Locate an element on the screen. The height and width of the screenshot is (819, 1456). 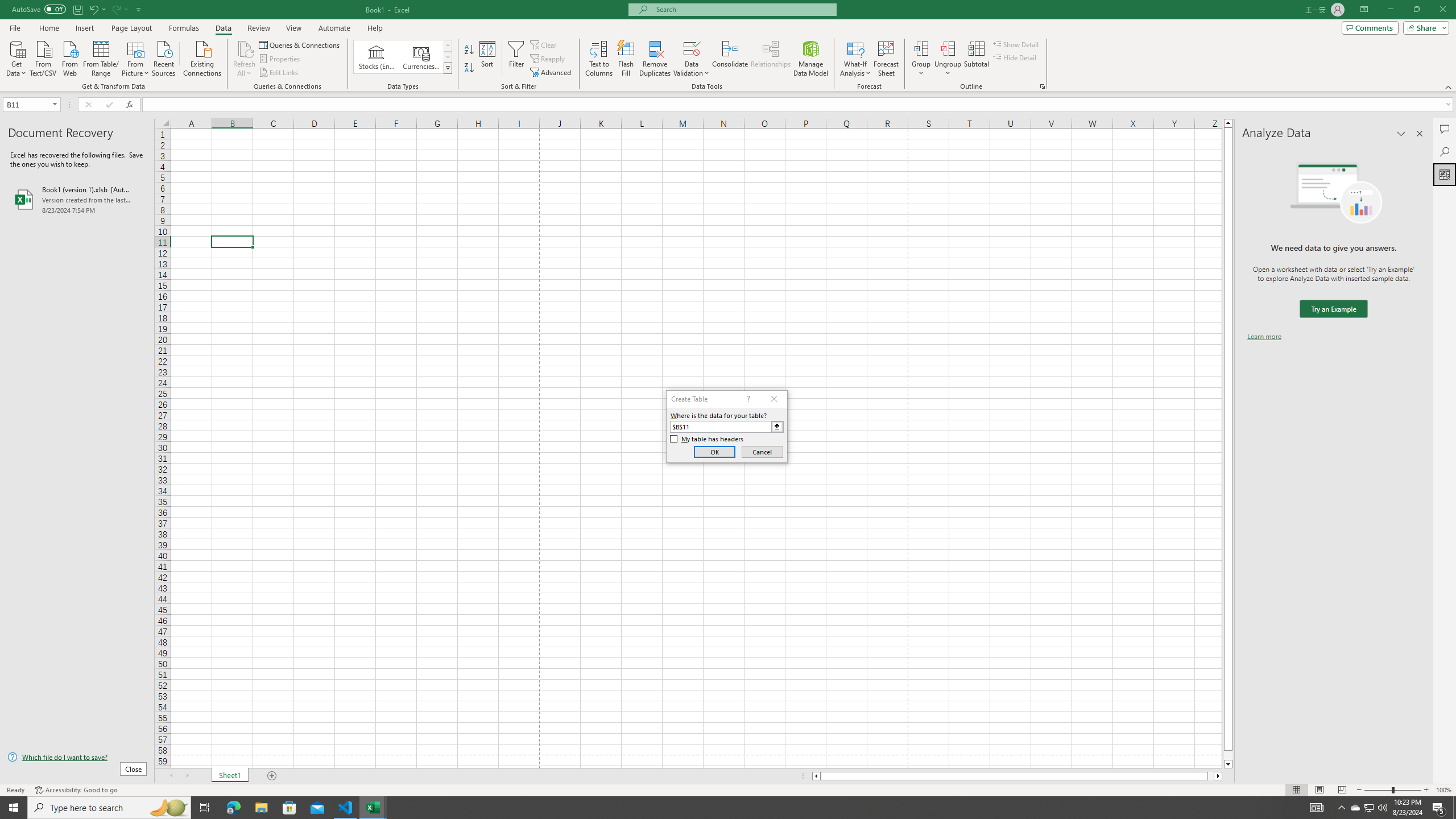
'Currencies (English)' is located at coordinates (420, 56).